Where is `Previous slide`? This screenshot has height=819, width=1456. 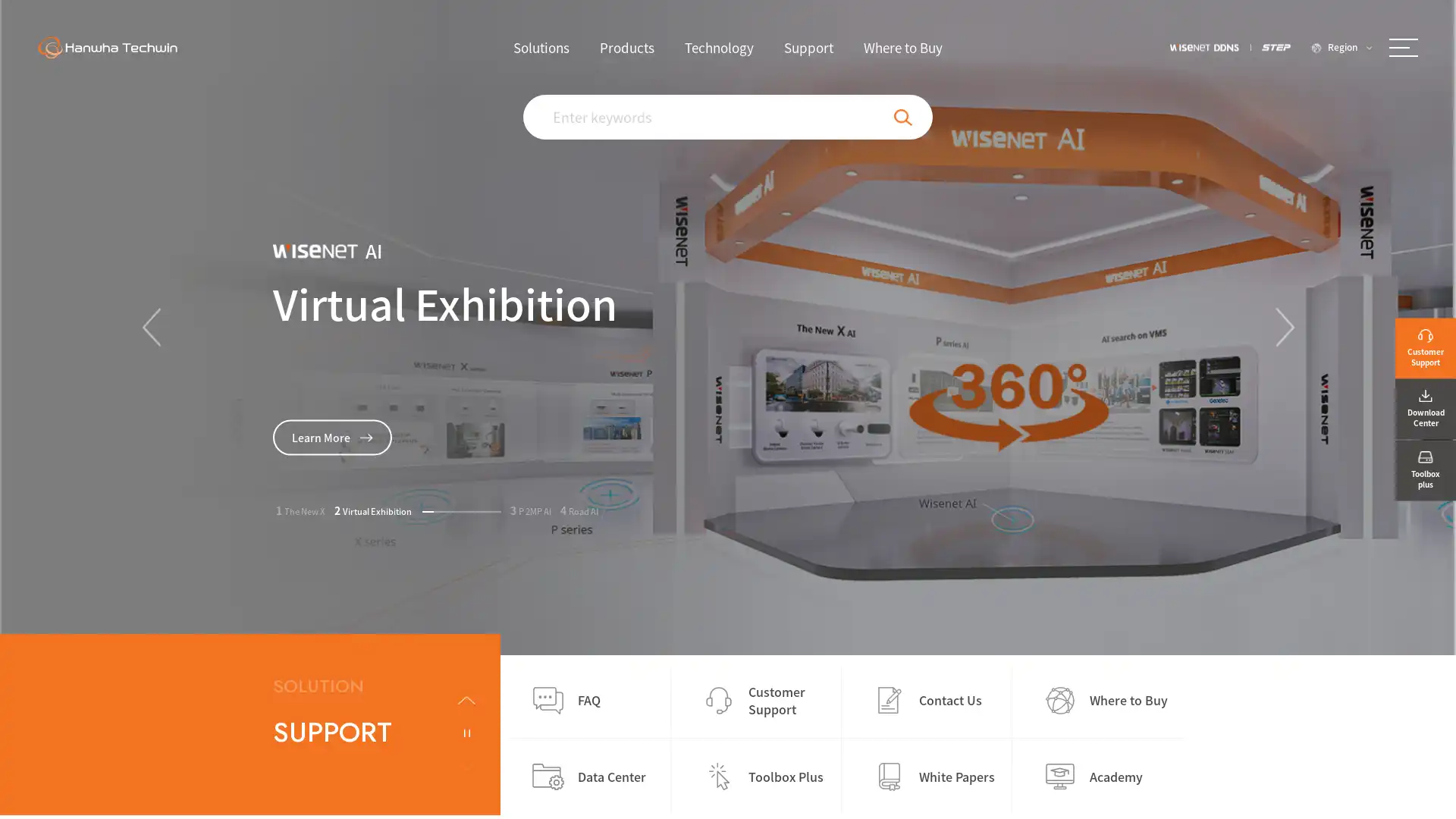 Previous slide is located at coordinates (466, 699).